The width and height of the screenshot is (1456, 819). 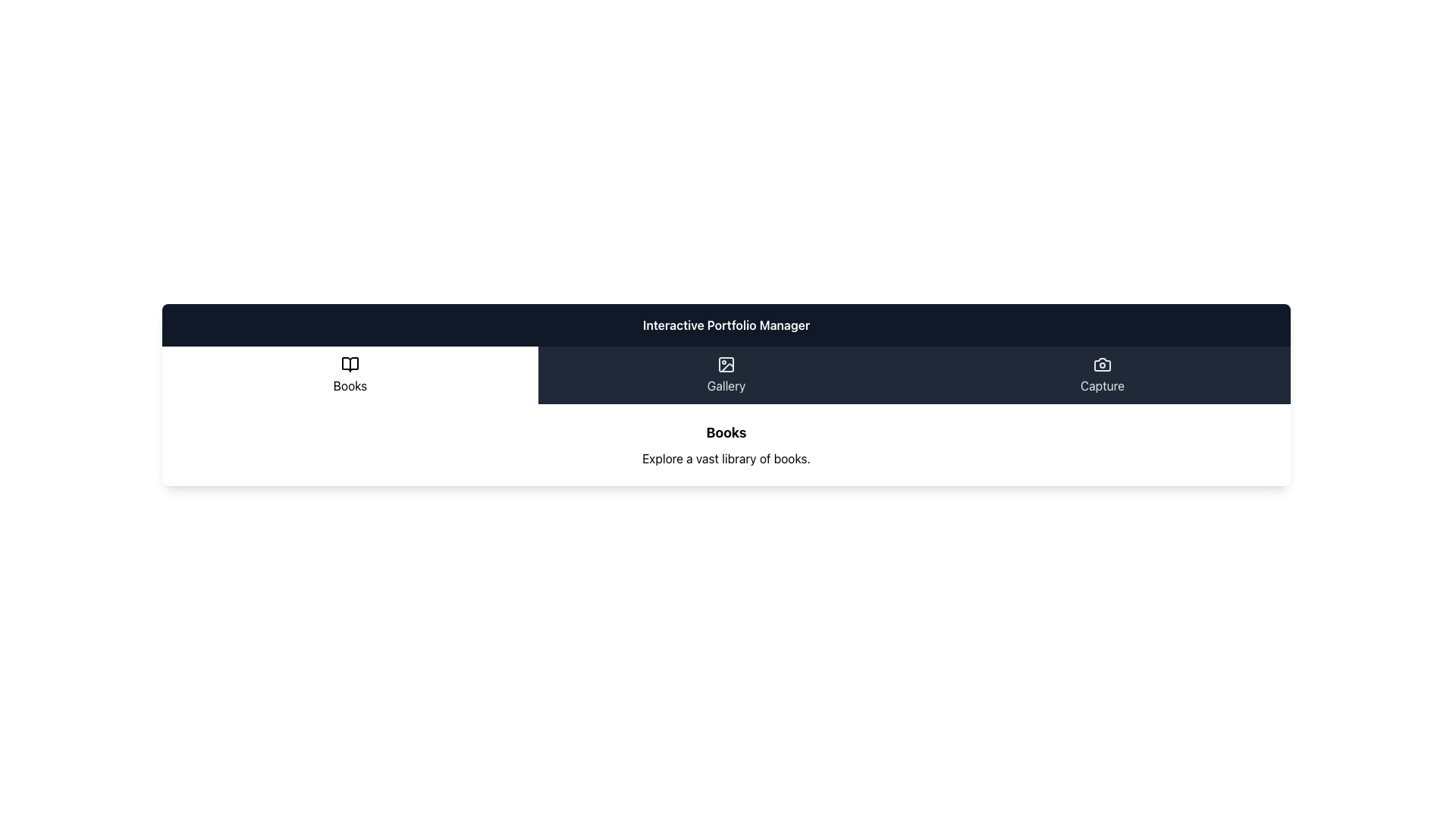 What do you see at coordinates (726, 375) in the screenshot?
I see `the second button in the group of three buttons, located between 'Books' and 'Capture'` at bounding box center [726, 375].